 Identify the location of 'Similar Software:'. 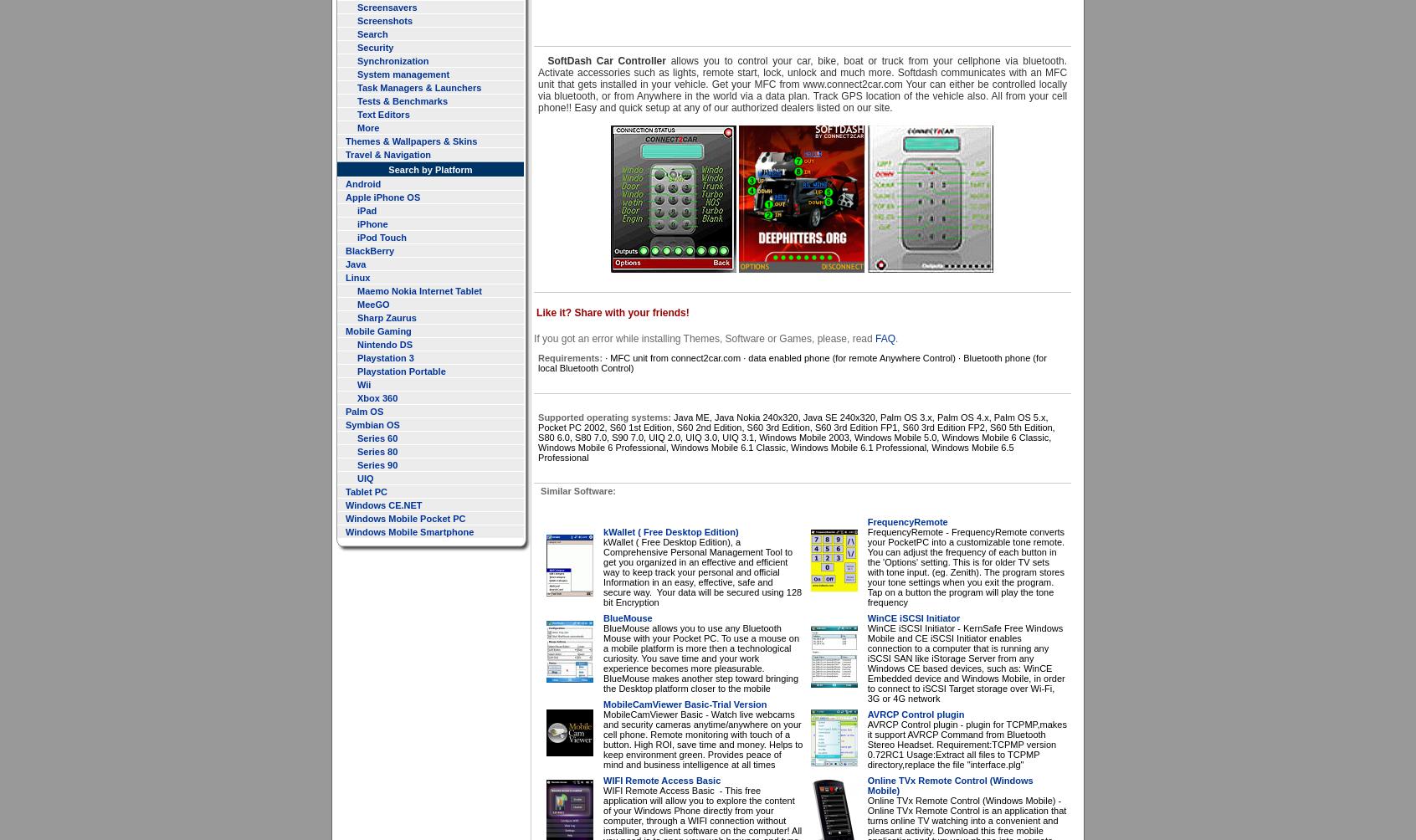
(577, 491).